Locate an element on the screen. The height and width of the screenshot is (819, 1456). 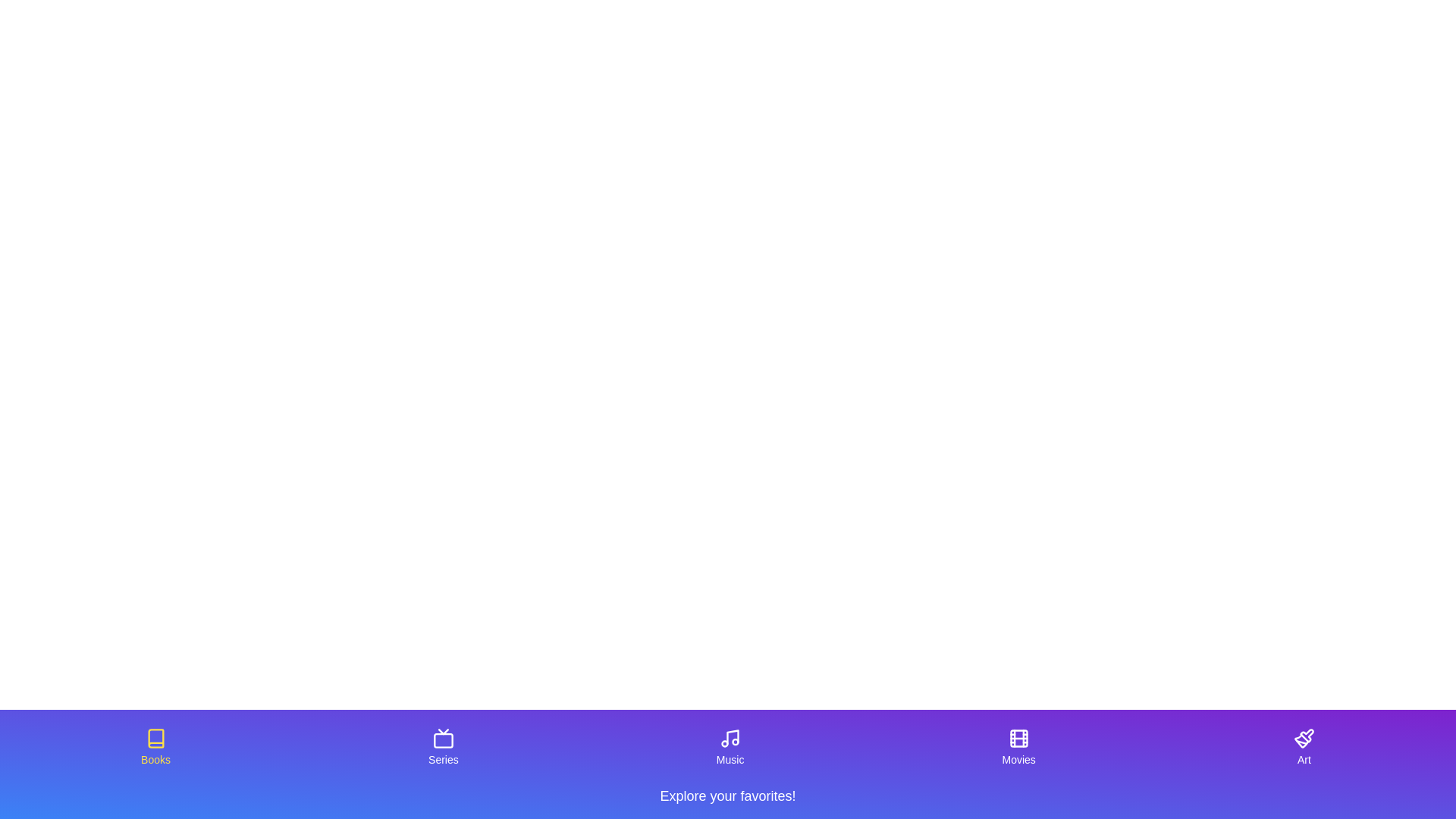
the tab labeled Art by clicking on its corresponding icon or label is located at coordinates (1302, 747).